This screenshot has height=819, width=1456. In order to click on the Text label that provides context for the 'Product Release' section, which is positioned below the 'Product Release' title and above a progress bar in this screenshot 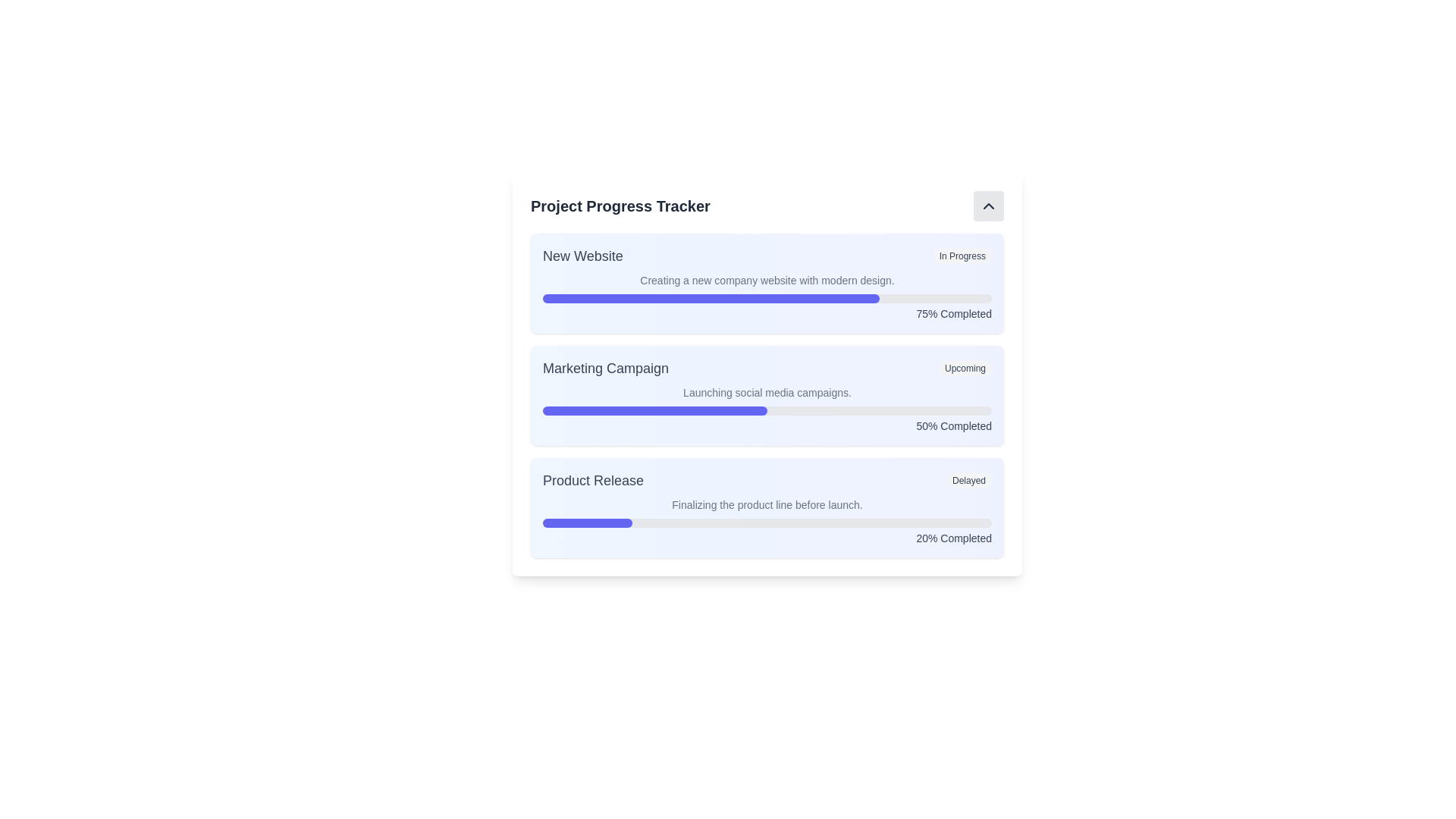, I will do `click(767, 505)`.